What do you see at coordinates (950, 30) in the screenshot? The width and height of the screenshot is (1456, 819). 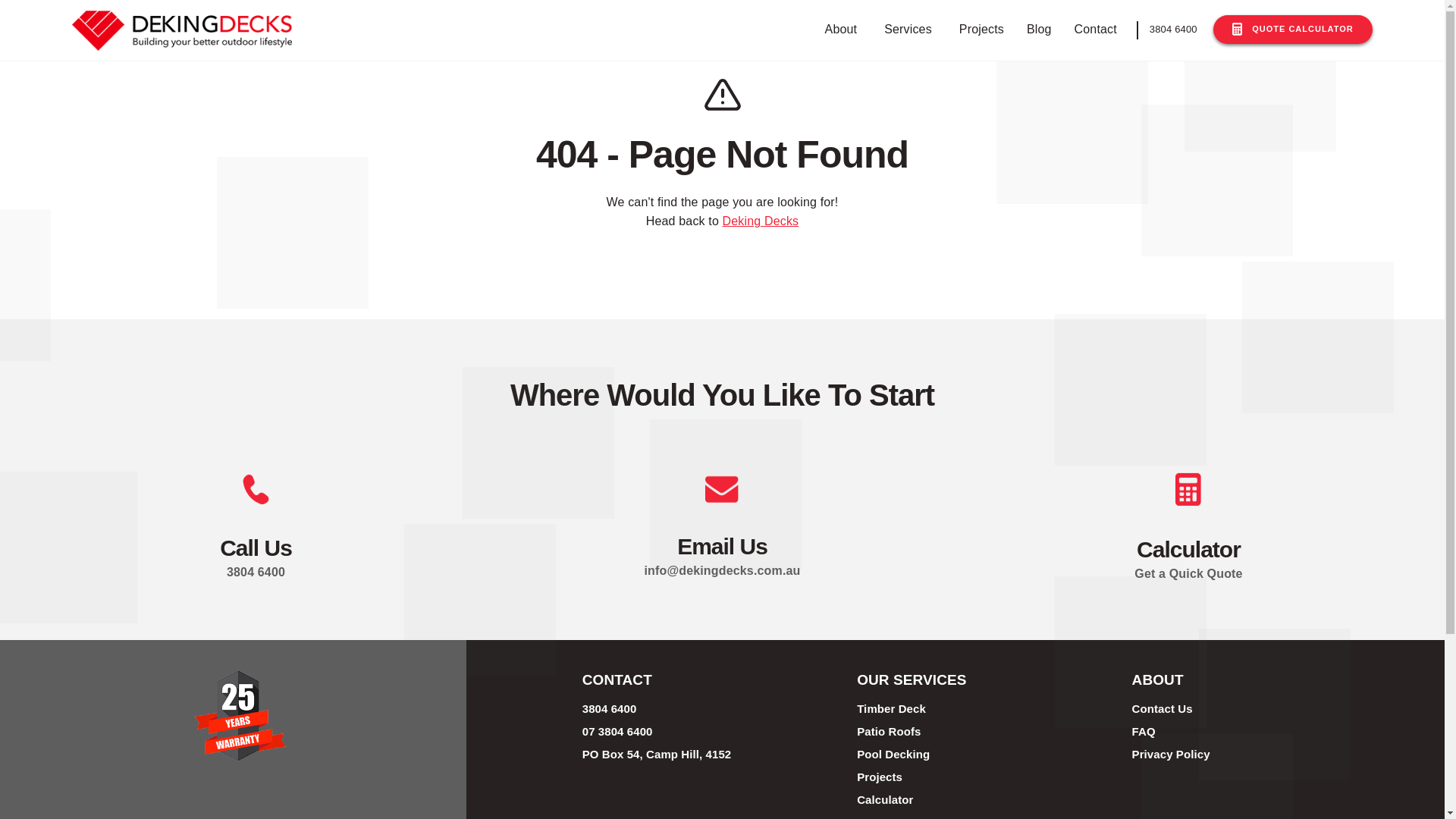 I see `'Projects'` at bounding box center [950, 30].